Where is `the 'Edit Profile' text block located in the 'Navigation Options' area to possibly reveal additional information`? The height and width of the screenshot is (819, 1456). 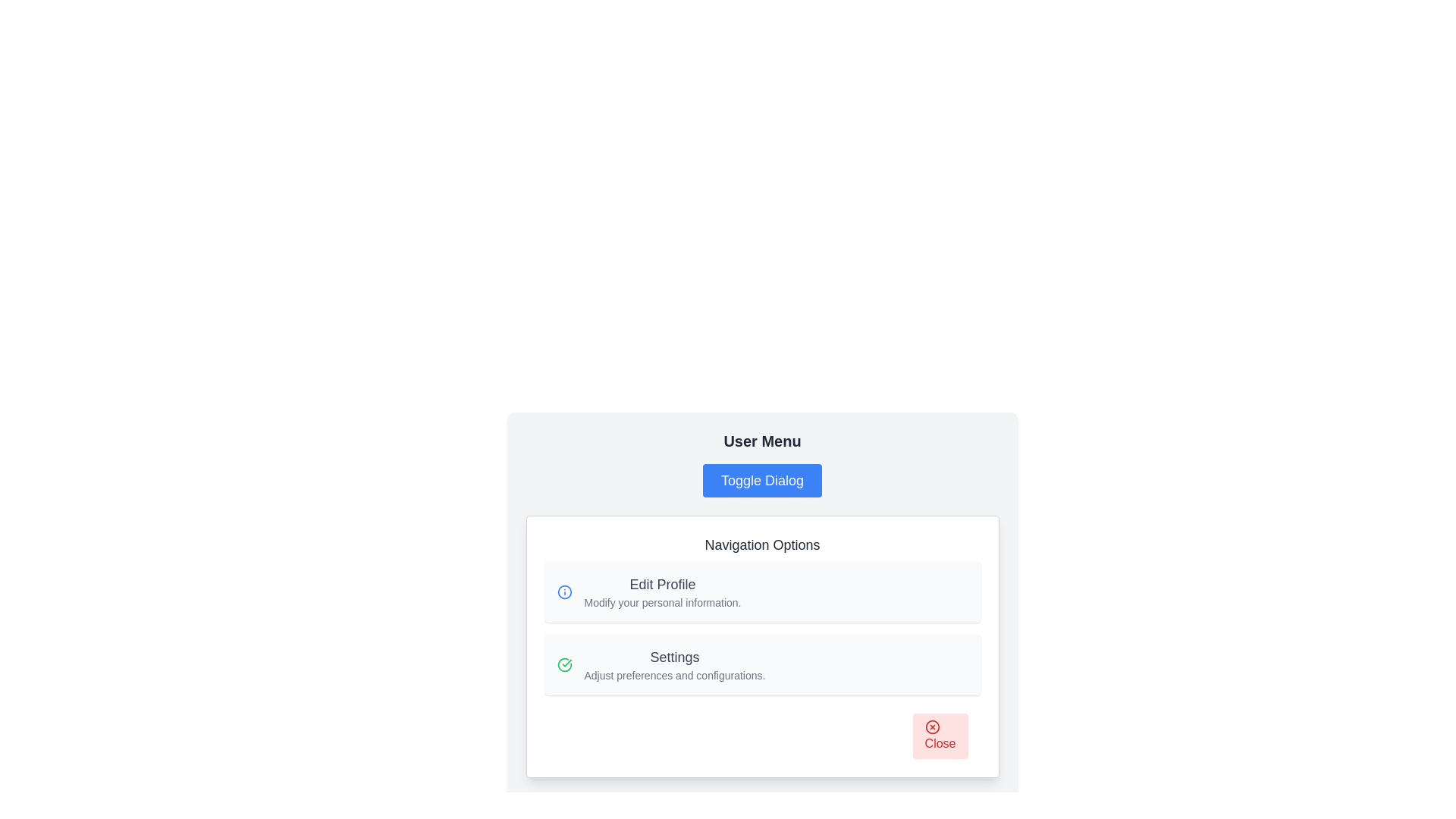 the 'Edit Profile' text block located in the 'Navigation Options' area to possibly reveal additional information is located at coordinates (662, 591).